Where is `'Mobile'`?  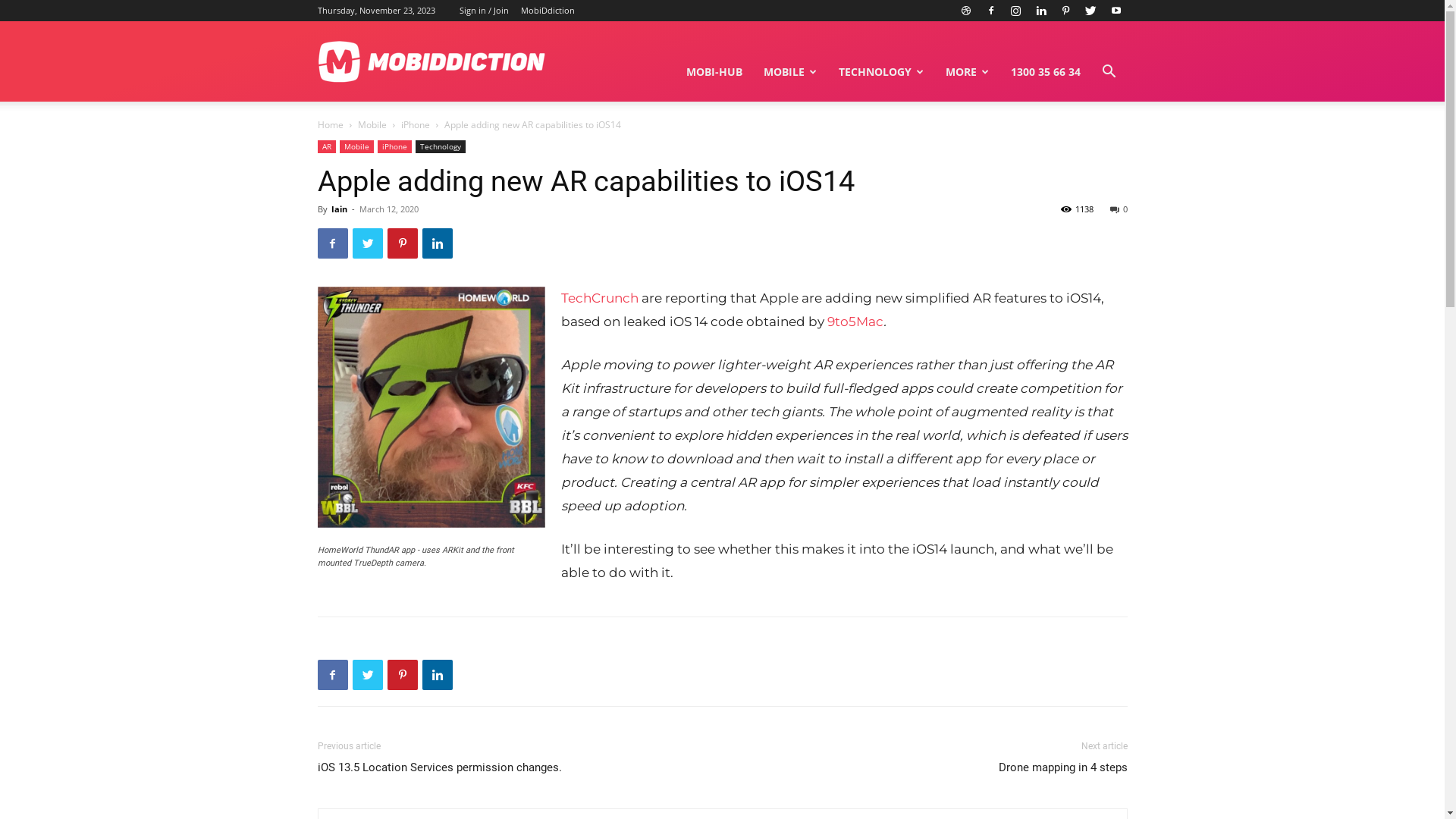
'Mobile' is located at coordinates (356, 146).